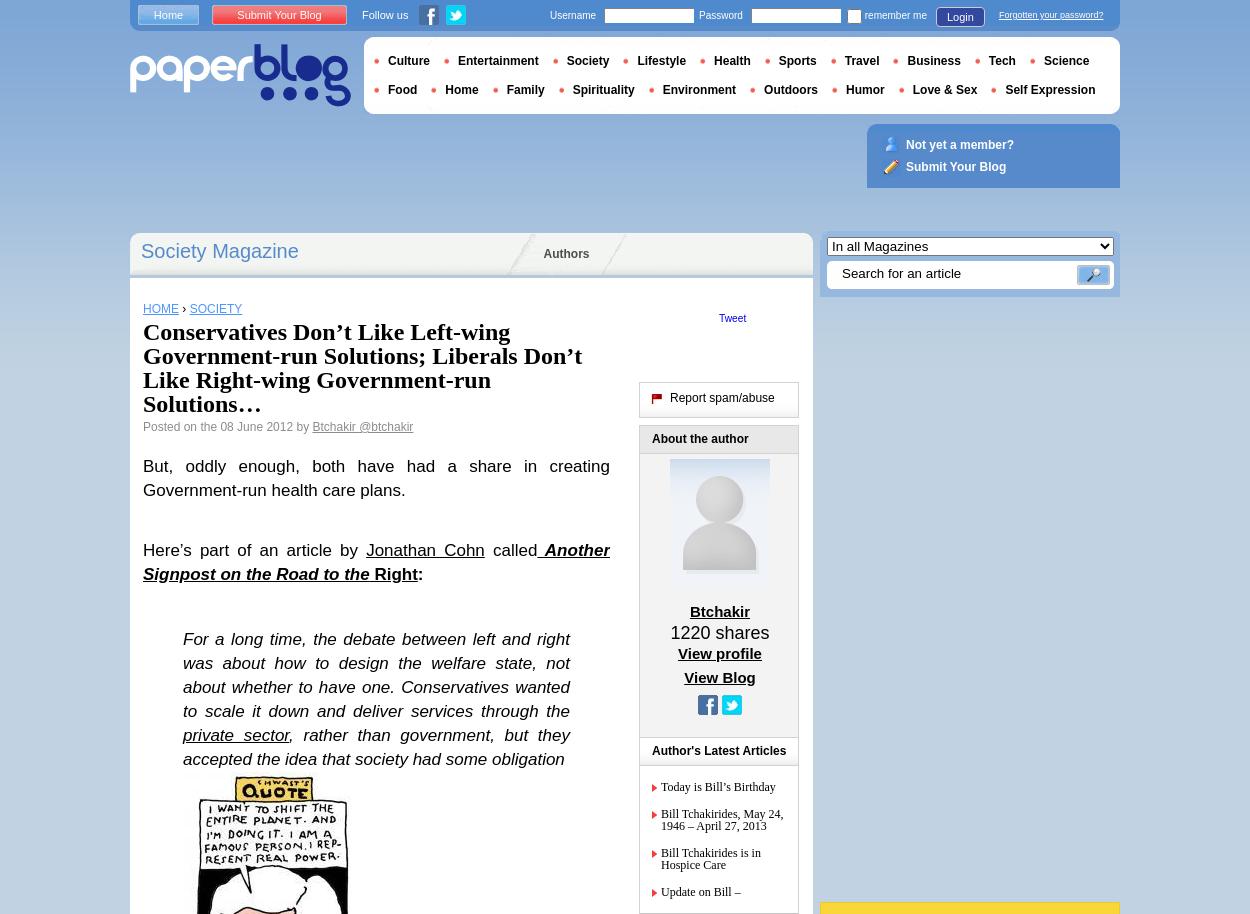  Describe the element at coordinates (699, 890) in the screenshot. I see `'Update on Bill –'` at that location.